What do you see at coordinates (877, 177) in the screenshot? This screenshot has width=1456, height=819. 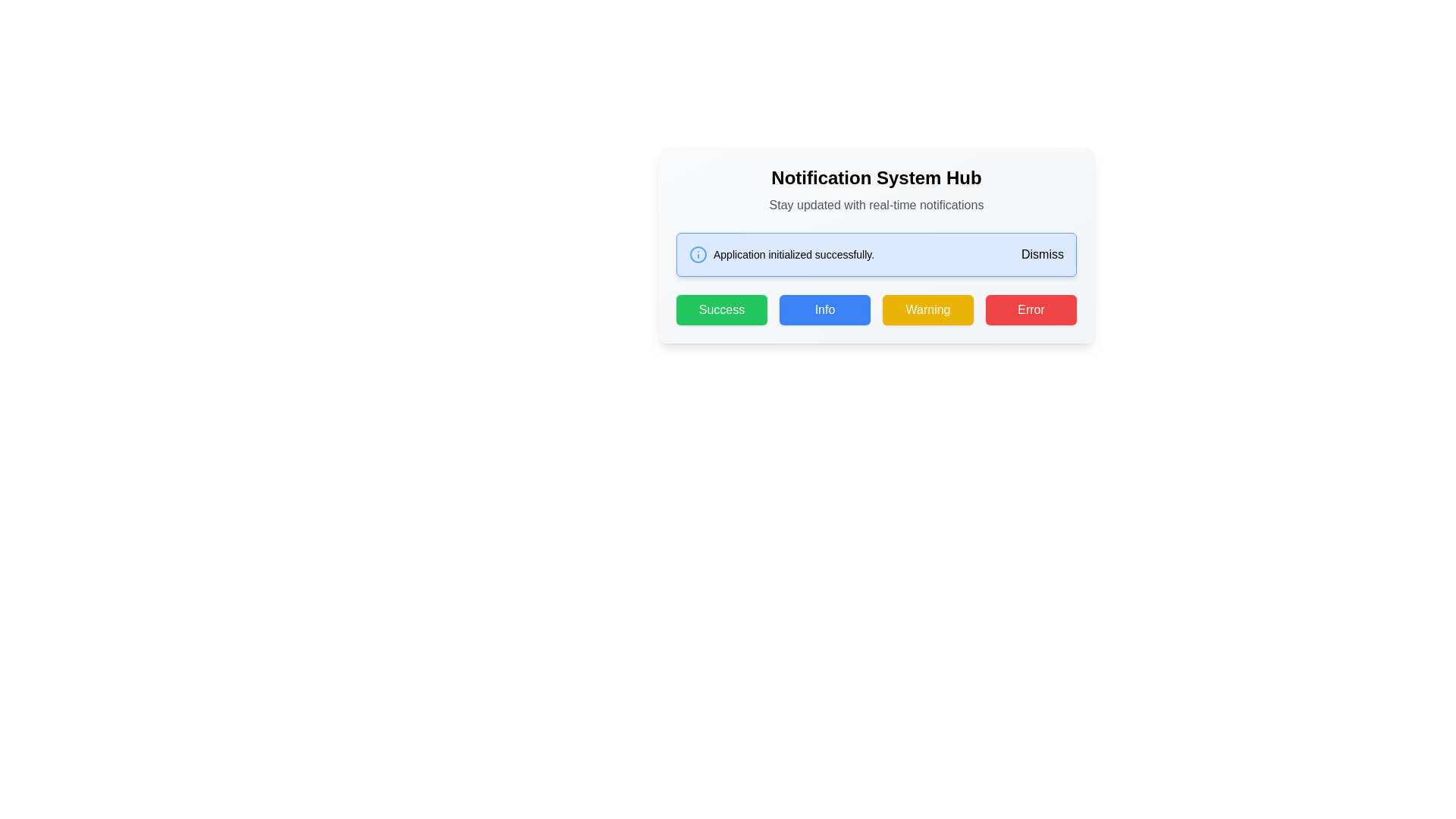 I see `header text element that introduces the notifications section, located at the top center of the interface` at bounding box center [877, 177].